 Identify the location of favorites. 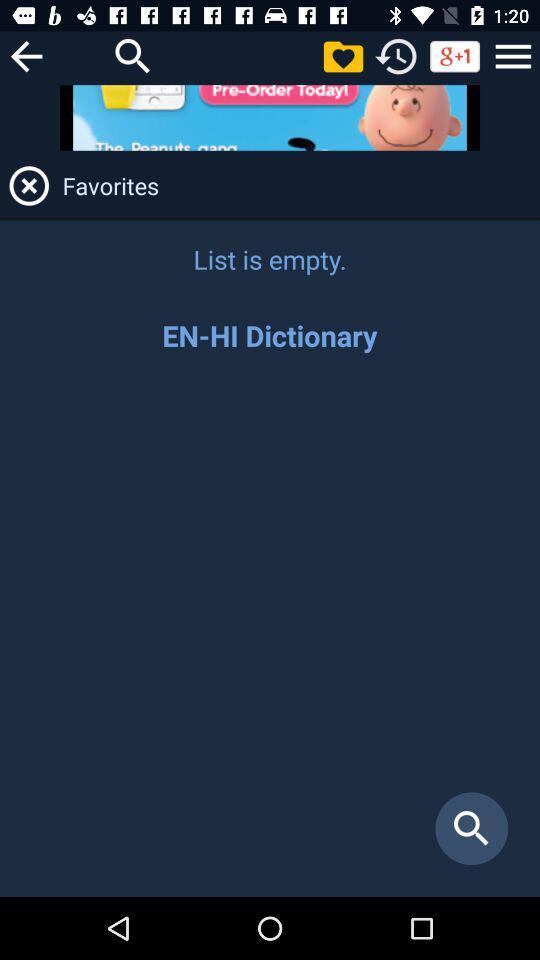
(342, 55).